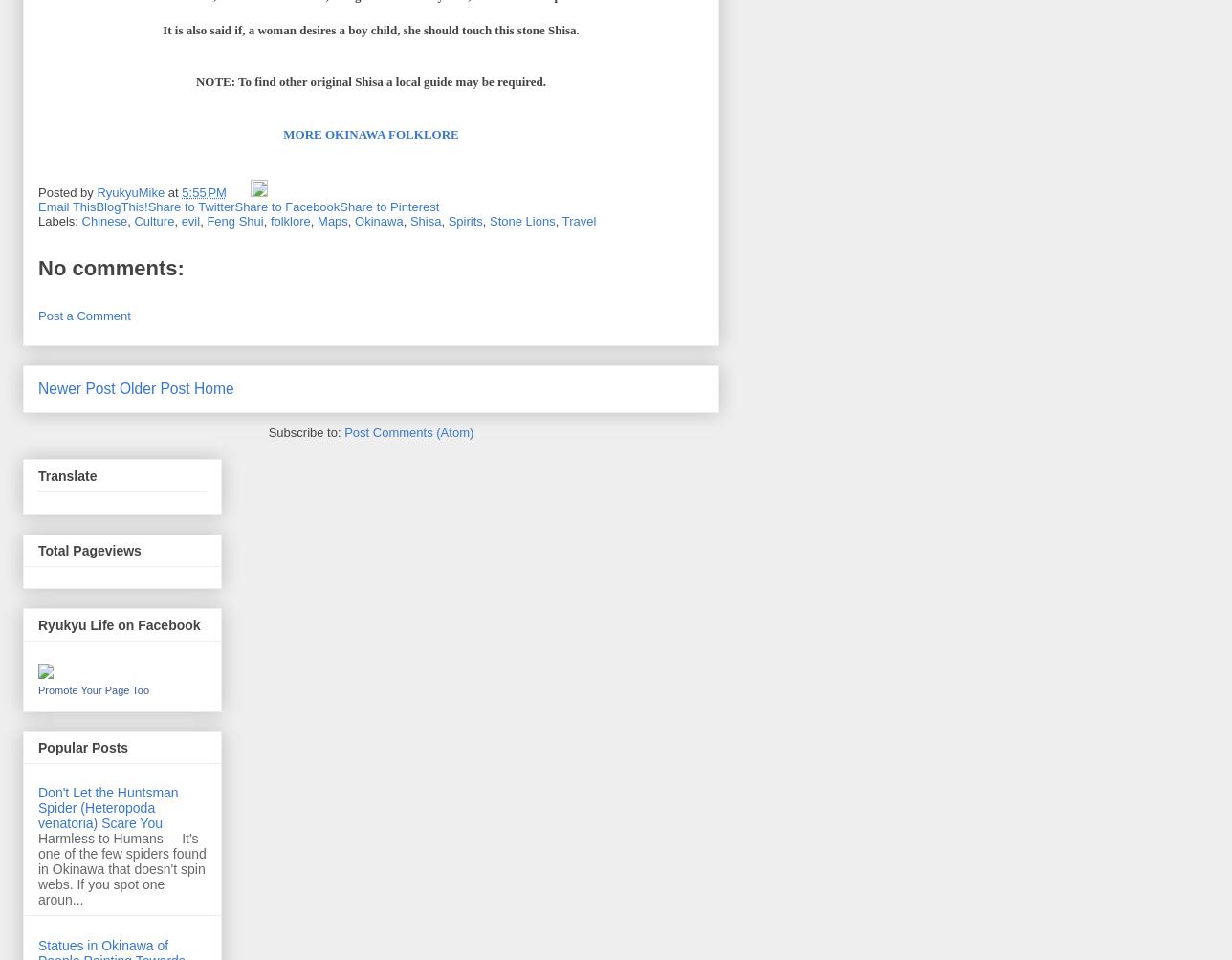  I want to click on 'Don't Let the Huntsman Spider (Heteropoda venatoria) Scare You', so click(107, 806).